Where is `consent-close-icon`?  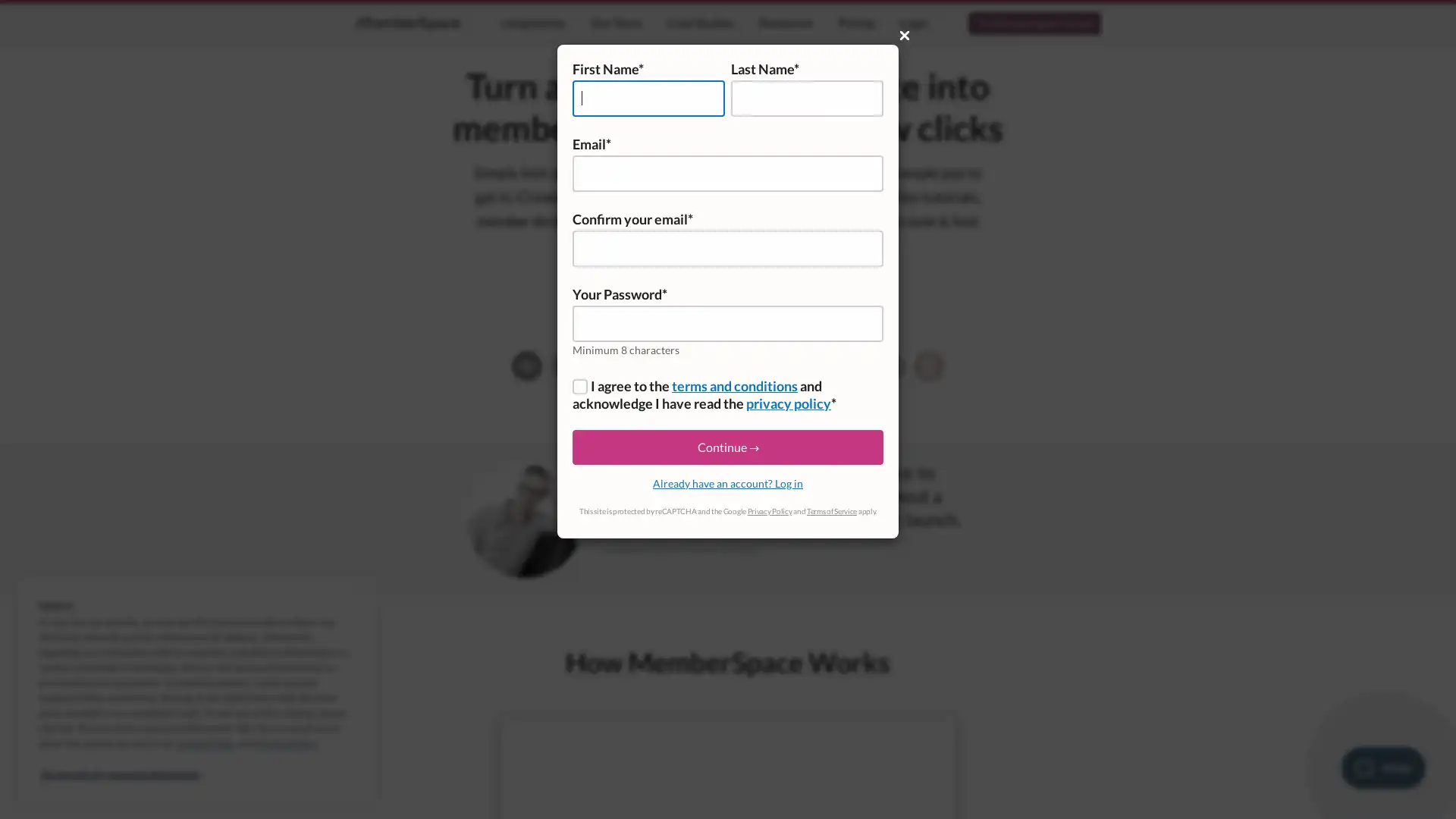
consent-close-icon is located at coordinates (357, 590).